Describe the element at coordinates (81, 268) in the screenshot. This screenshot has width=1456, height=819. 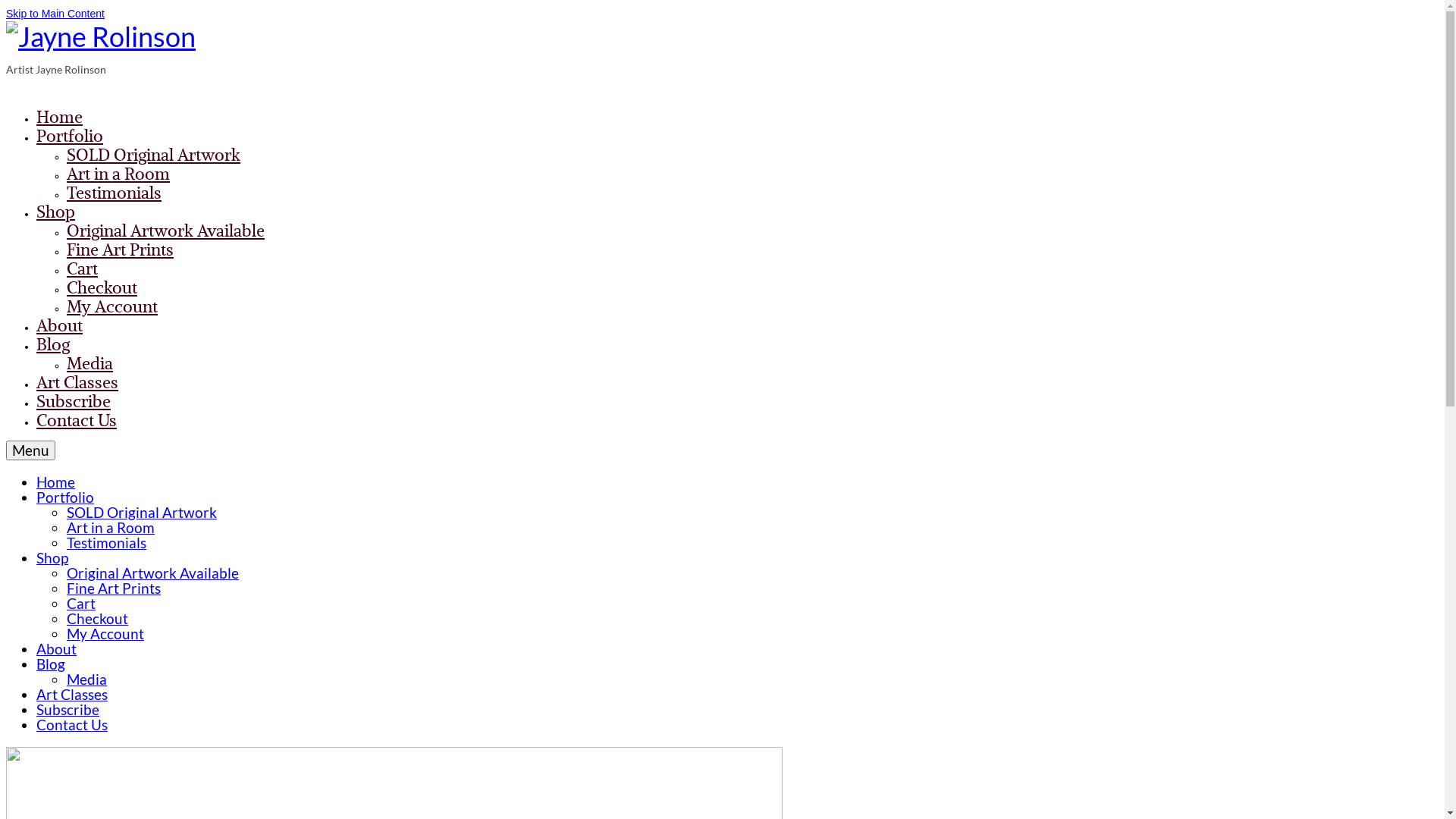
I see `'Cart'` at that location.